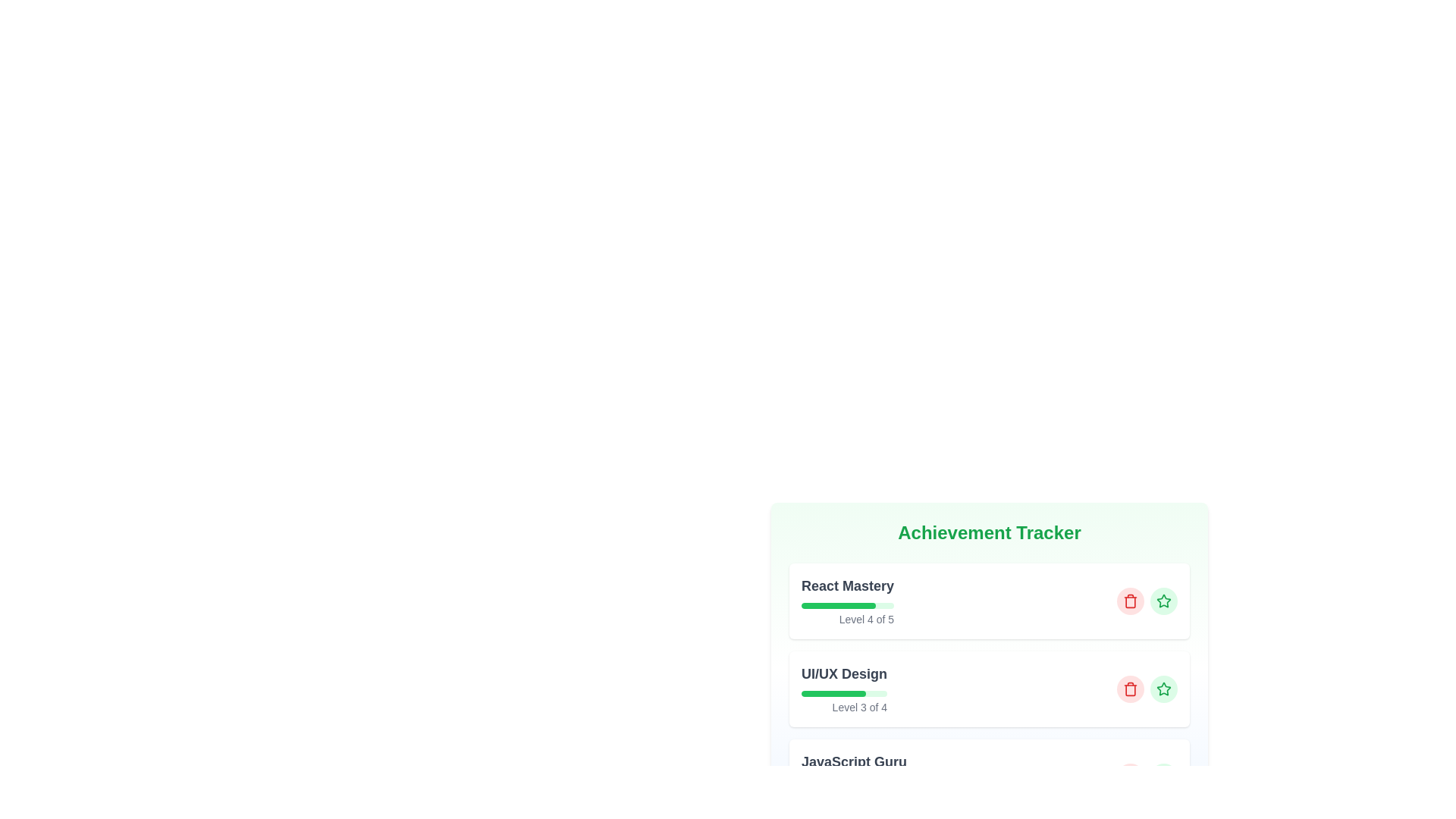 The height and width of the screenshot is (819, 1456). Describe the element at coordinates (1163, 689) in the screenshot. I see `the Interactive icon located at the top right corner of the 'React Mastery' list item in the 'Achievement Tracker' section` at that location.